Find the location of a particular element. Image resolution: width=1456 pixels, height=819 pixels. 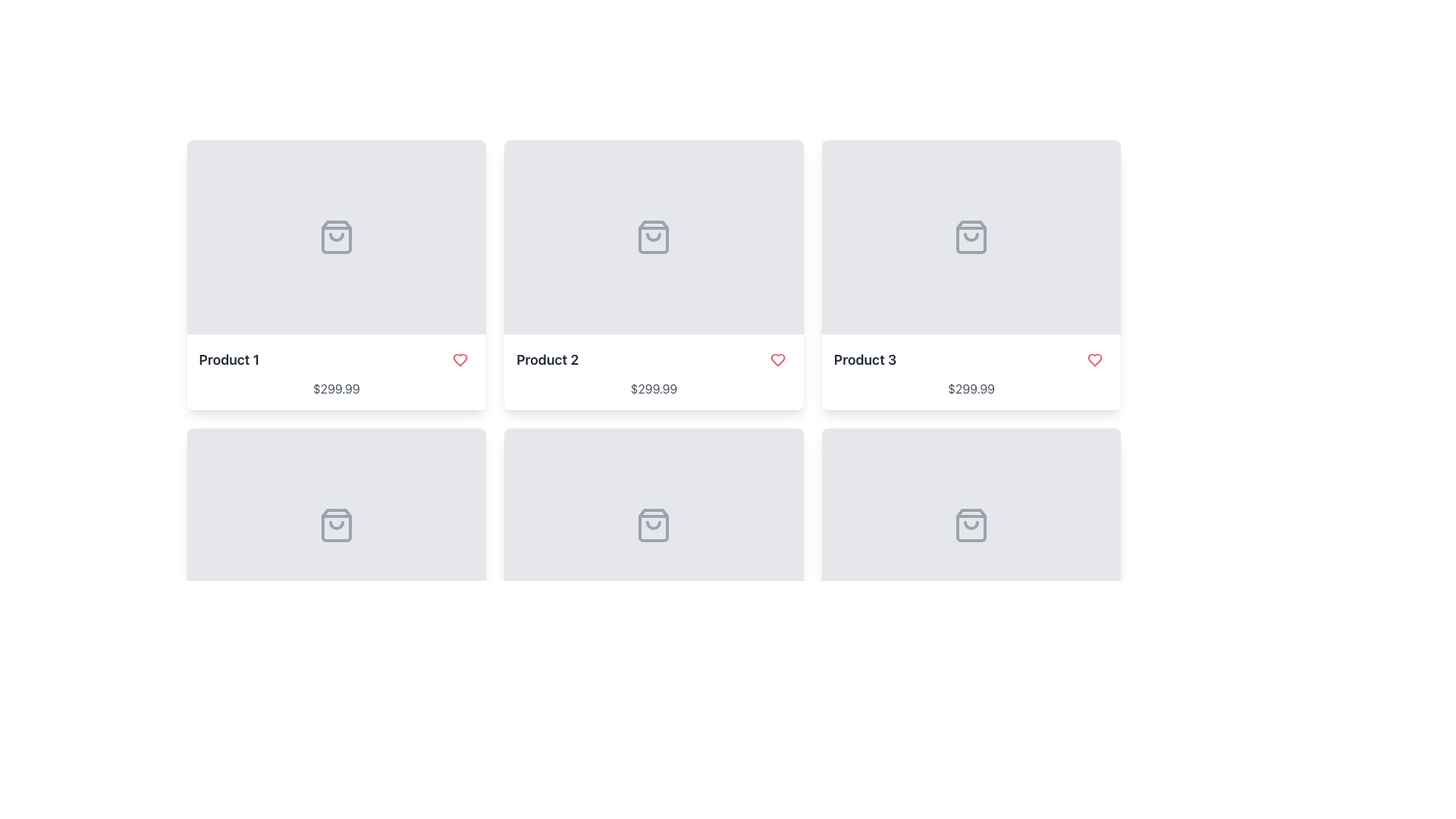

the toggle icon button for favoriting or liking the associated product located at the bottom-right corner of the 'Product 2' card in the grid layout is located at coordinates (777, 359).